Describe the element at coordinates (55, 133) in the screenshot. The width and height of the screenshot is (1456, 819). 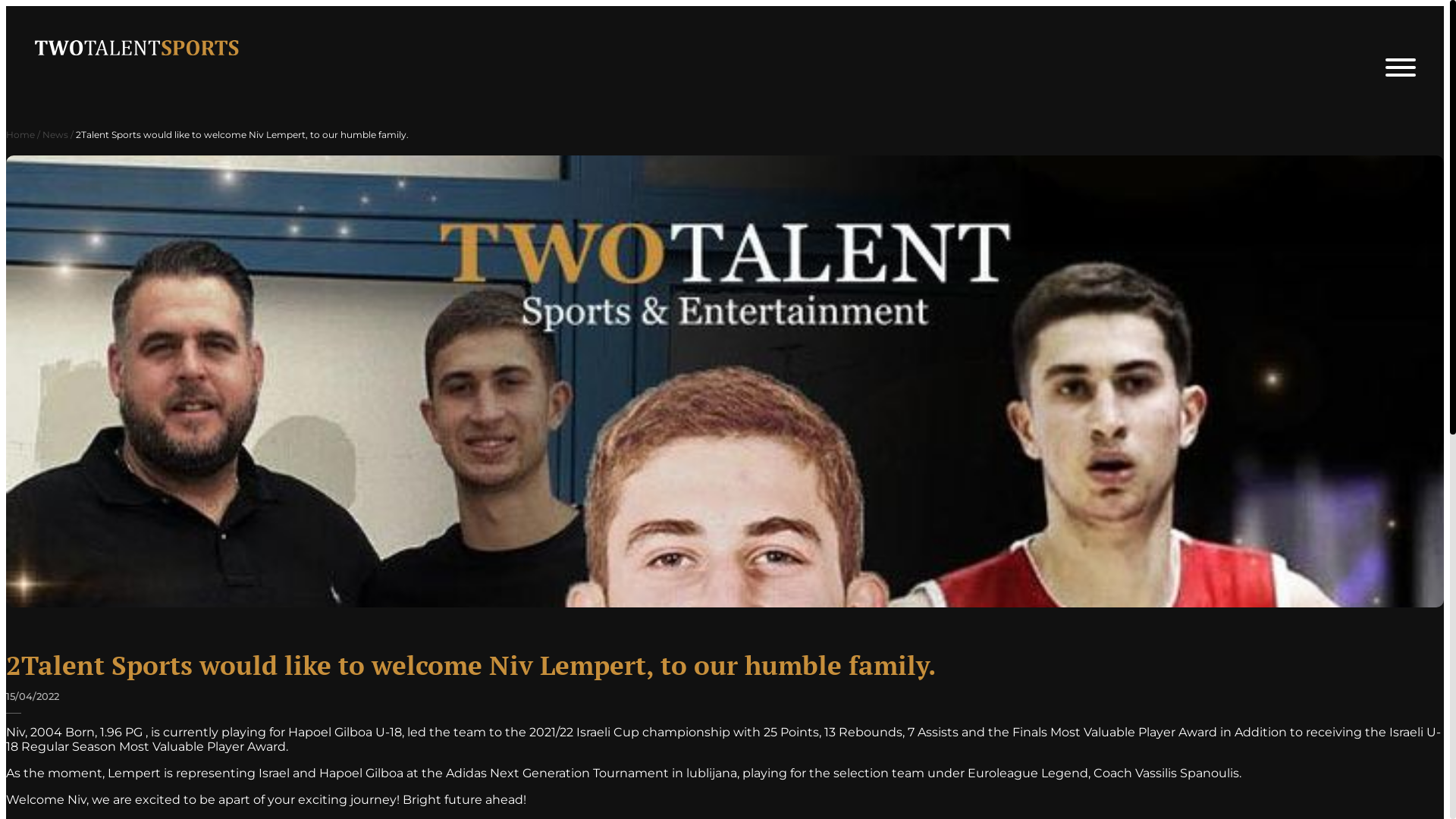
I see `'News'` at that location.